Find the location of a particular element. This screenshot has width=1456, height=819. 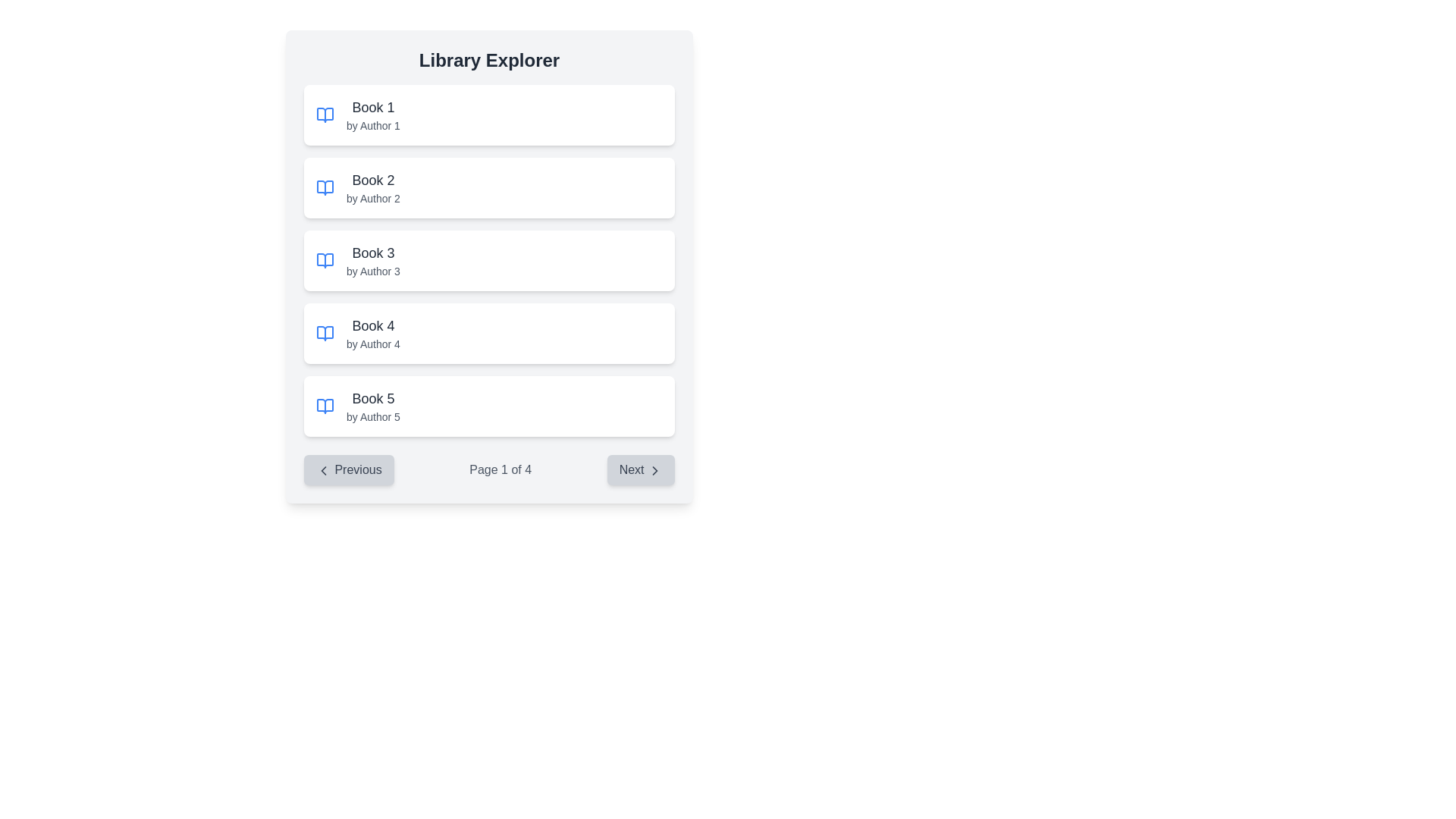

the text label displaying 'by Author 5' in a gray, small-sized font, located below 'Book 5' within a card-like structure is located at coordinates (373, 417).